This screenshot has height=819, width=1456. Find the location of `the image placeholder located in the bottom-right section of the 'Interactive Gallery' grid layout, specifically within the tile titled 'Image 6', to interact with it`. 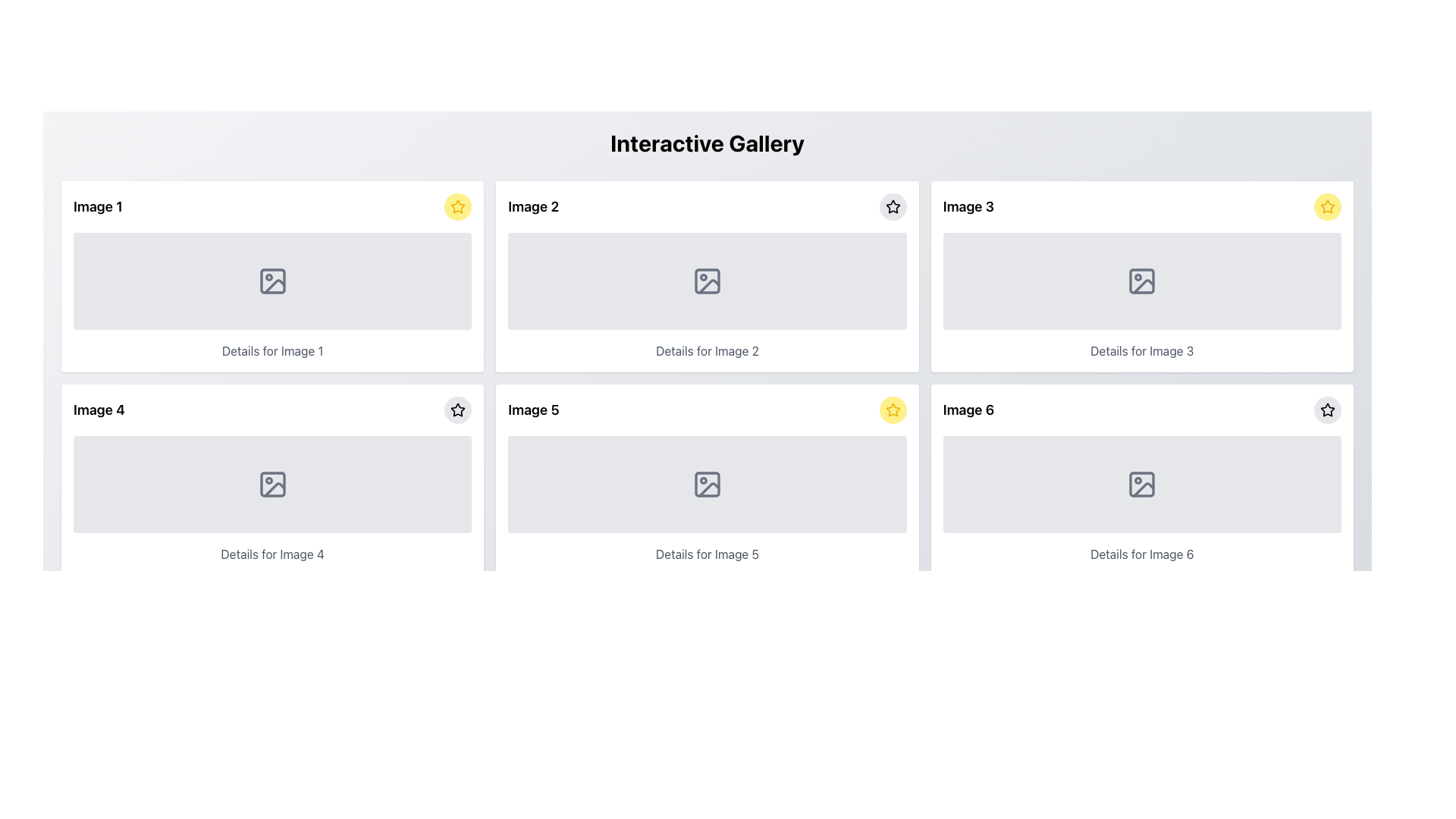

the image placeholder located in the bottom-right section of the 'Interactive Gallery' grid layout, specifically within the tile titled 'Image 6', to interact with it is located at coordinates (1142, 485).